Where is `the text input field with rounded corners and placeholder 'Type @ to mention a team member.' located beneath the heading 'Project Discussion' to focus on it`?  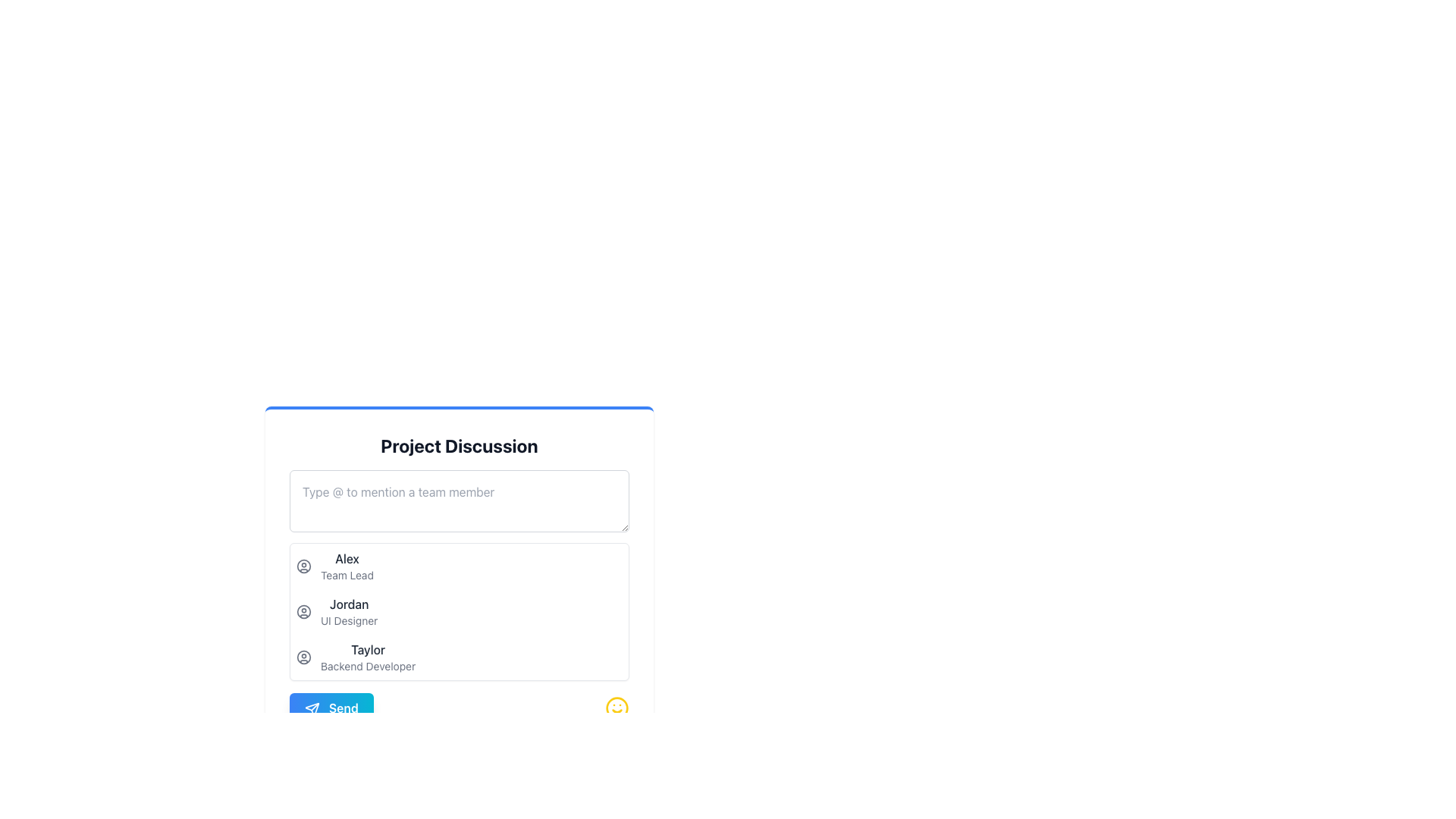 the text input field with rounded corners and placeholder 'Type @ to mention a team member.' located beneath the heading 'Project Discussion' to focus on it is located at coordinates (458, 500).